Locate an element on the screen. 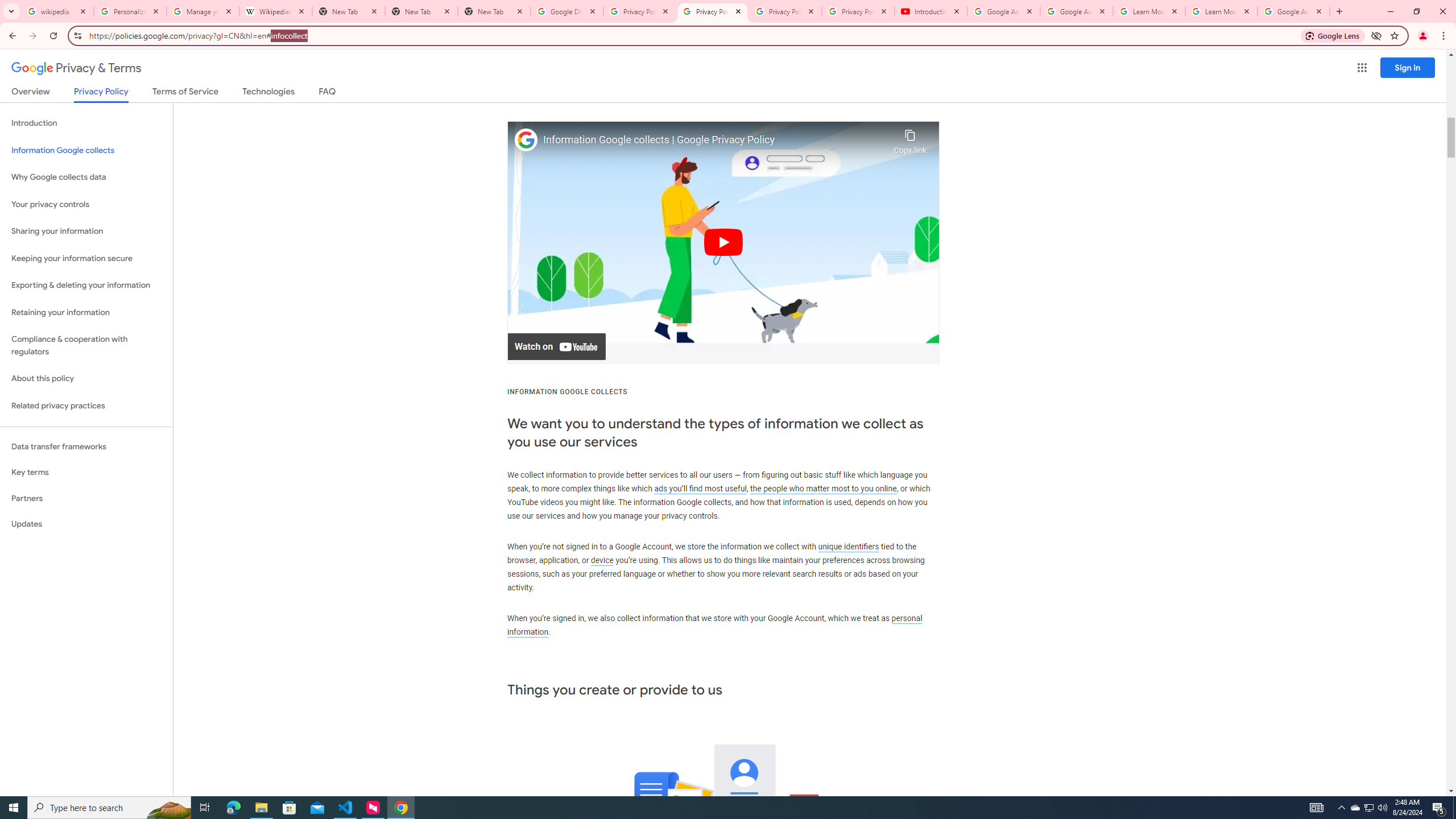 This screenshot has width=1456, height=819. 'Related privacy practices' is located at coordinates (86, 405).